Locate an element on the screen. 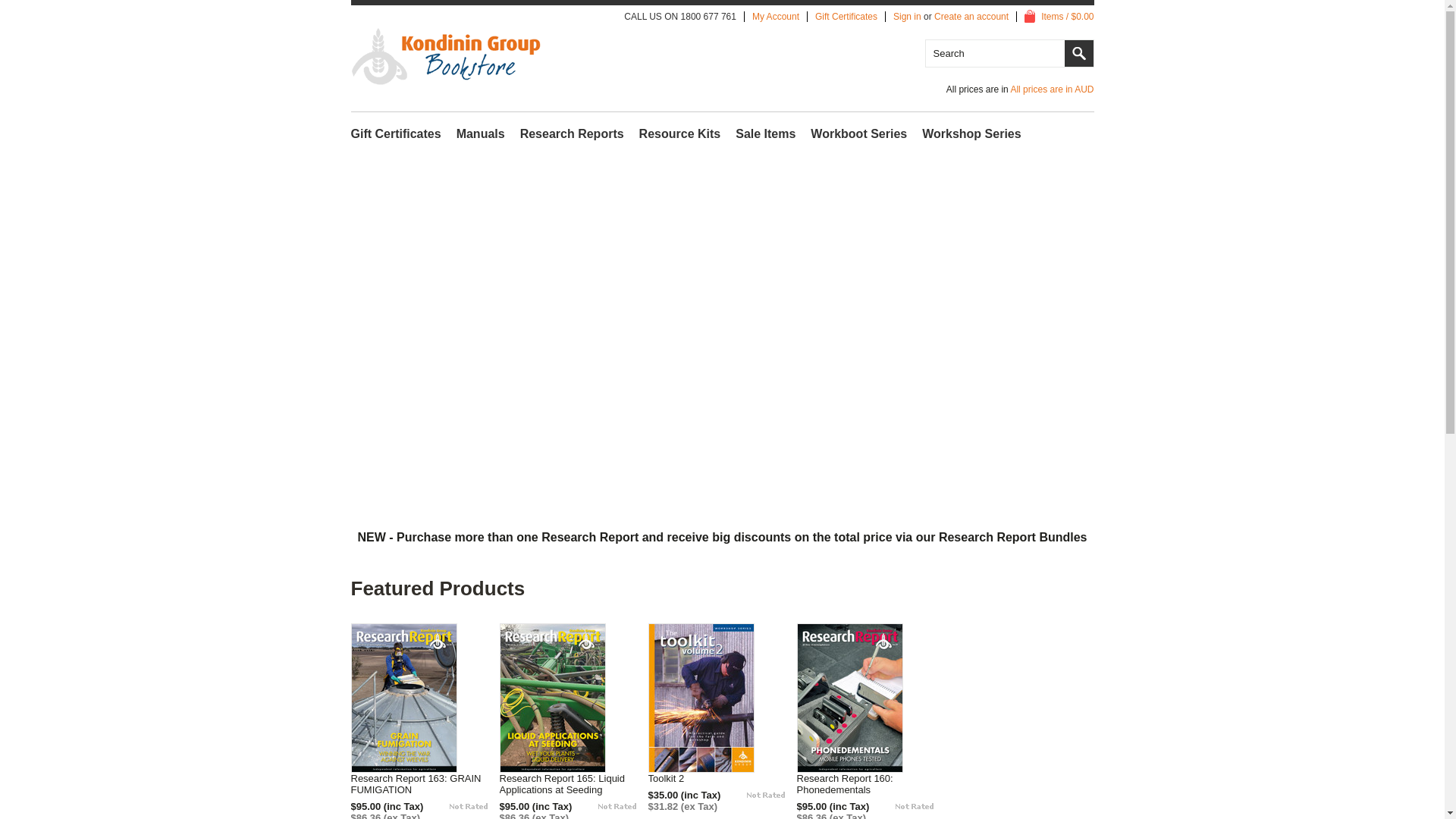 Image resolution: width=1456 pixels, height=819 pixels. 'Create an account' is located at coordinates (971, 17).